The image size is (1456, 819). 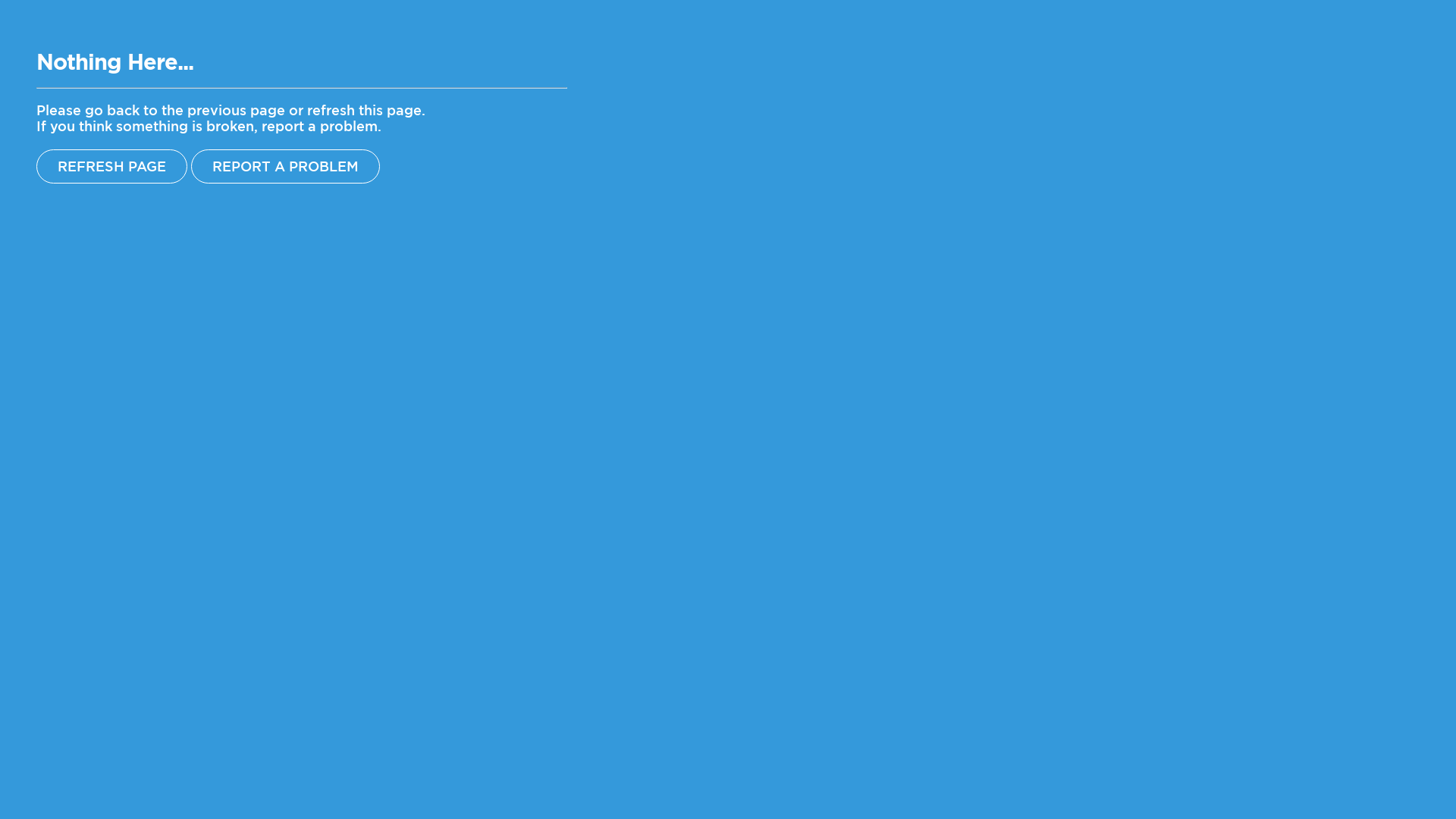 I want to click on 'REPORT A PROBLEM', so click(x=285, y=166).